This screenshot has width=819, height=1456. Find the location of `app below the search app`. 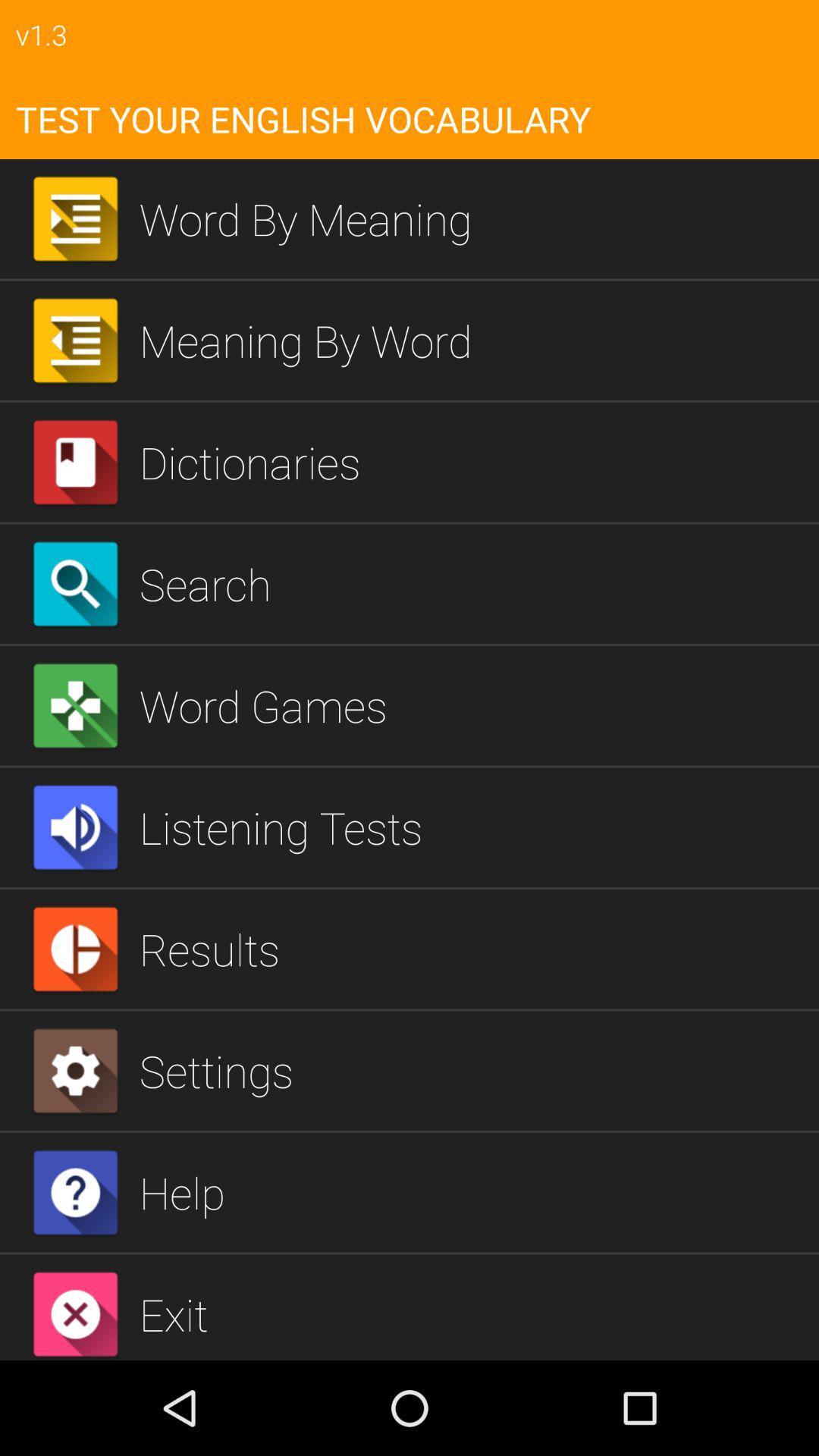

app below the search app is located at coordinates (472, 704).